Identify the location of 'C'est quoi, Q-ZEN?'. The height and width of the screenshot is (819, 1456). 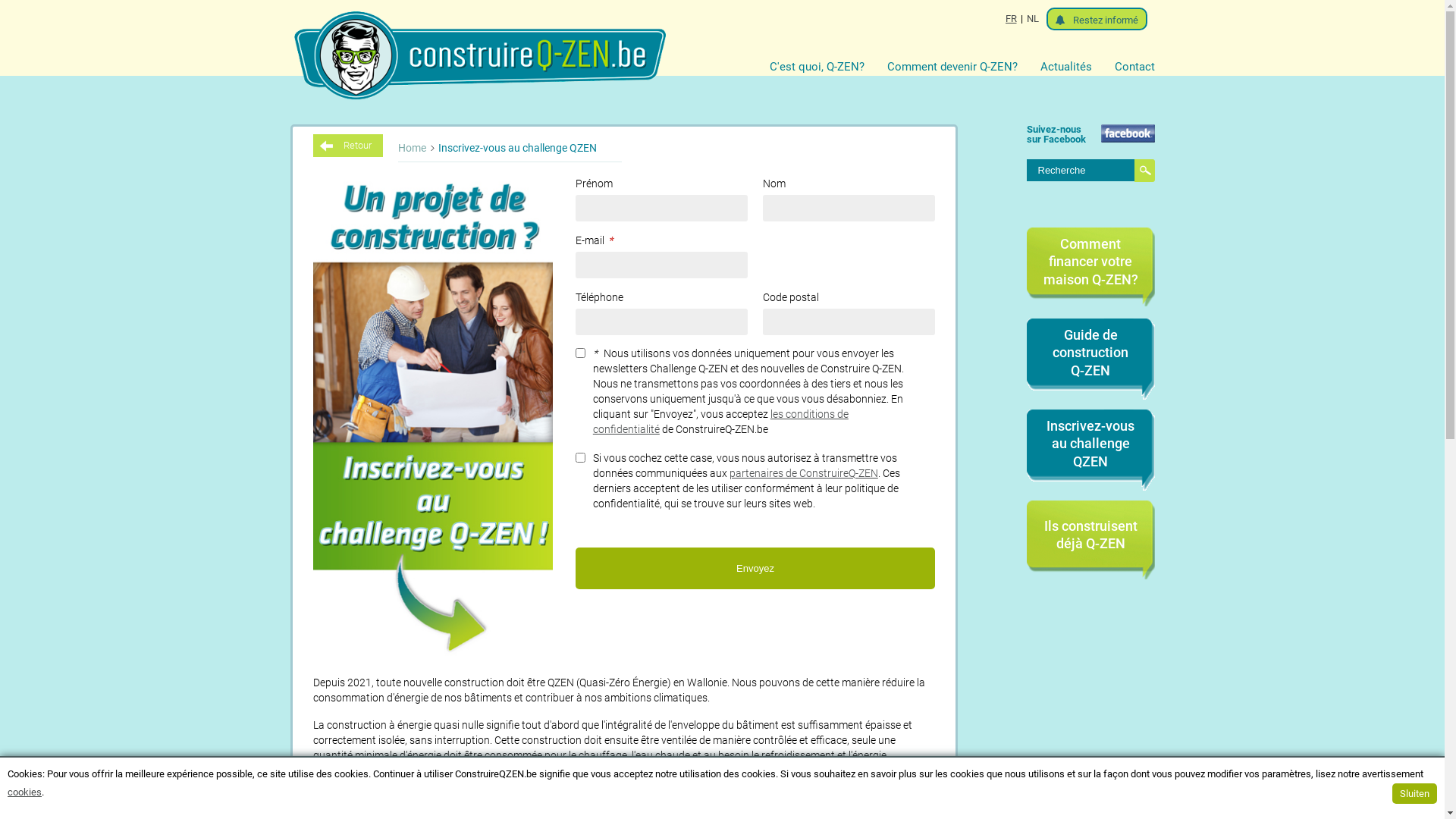
(827, 66).